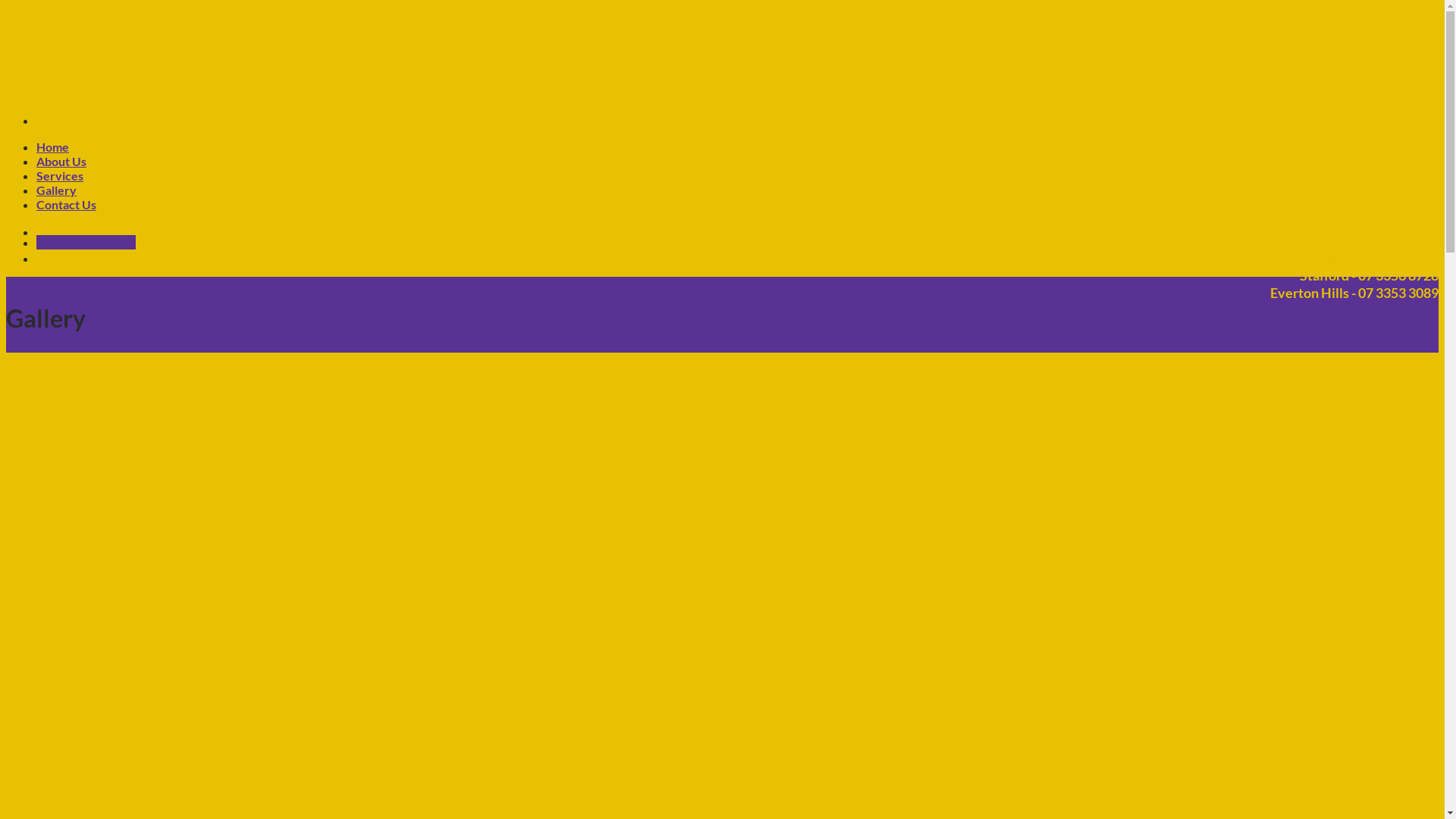  Describe the element at coordinates (36, 161) in the screenshot. I see `'About Us'` at that location.